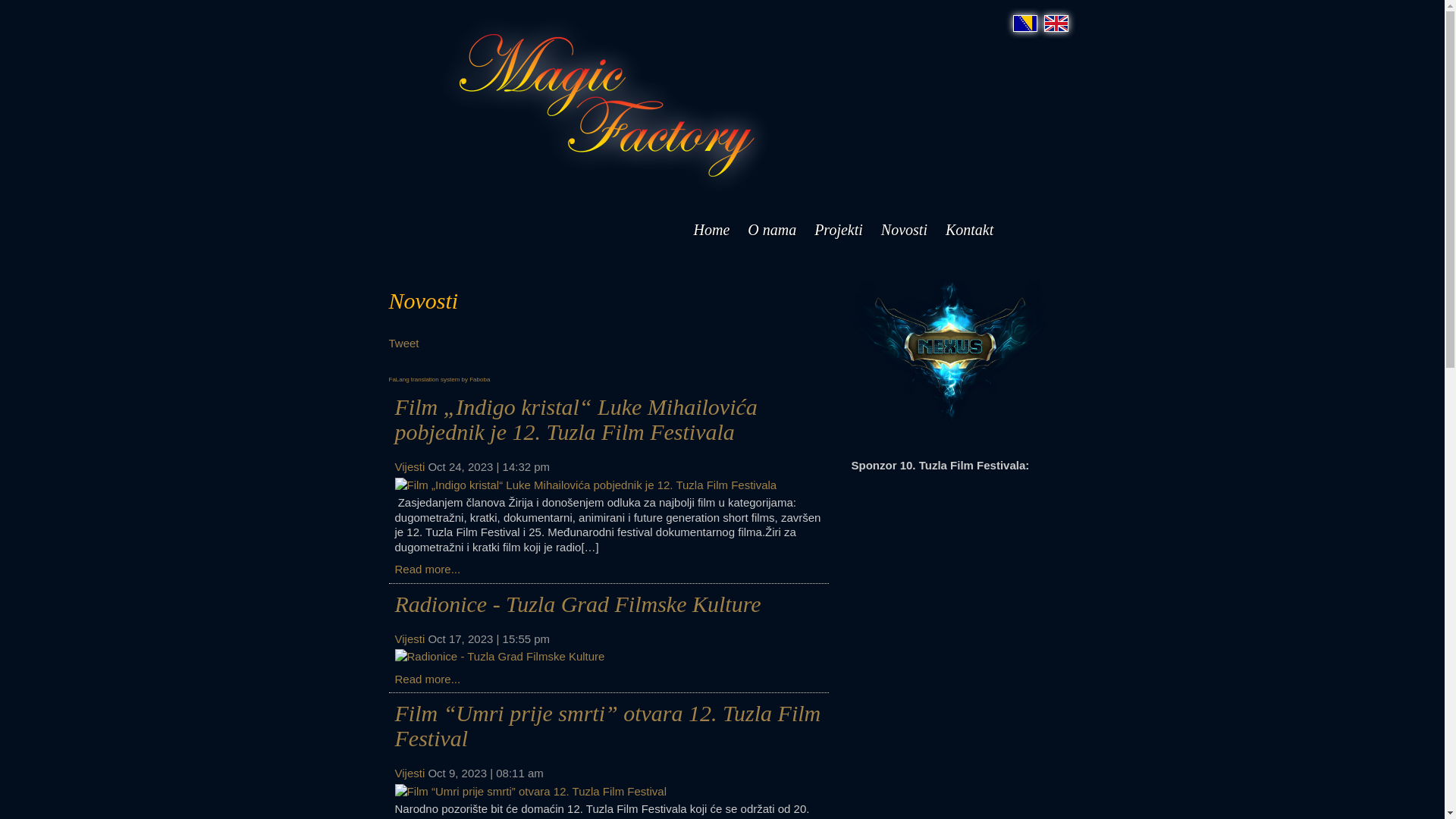  What do you see at coordinates (968, 230) in the screenshot?
I see `'Kontakt'` at bounding box center [968, 230].